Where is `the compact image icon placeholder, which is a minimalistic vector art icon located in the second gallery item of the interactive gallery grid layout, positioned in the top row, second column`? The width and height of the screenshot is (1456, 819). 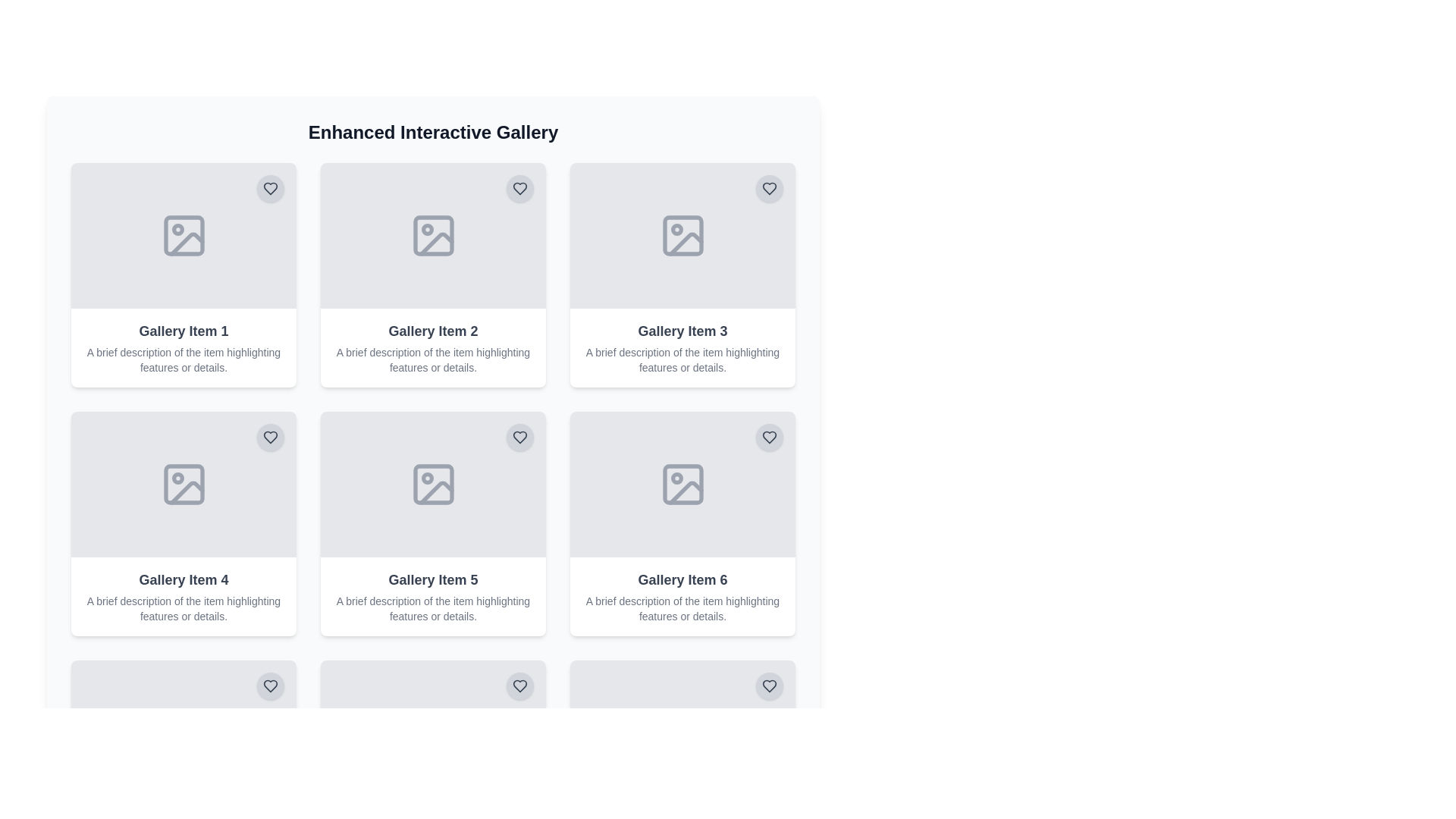
the compact image icon placeholder, which is a minimalistic vector art icon located in the second gallery item of the interactive gallery grid layout, positioned in the top row, second column is located at coordinates (432, 236).